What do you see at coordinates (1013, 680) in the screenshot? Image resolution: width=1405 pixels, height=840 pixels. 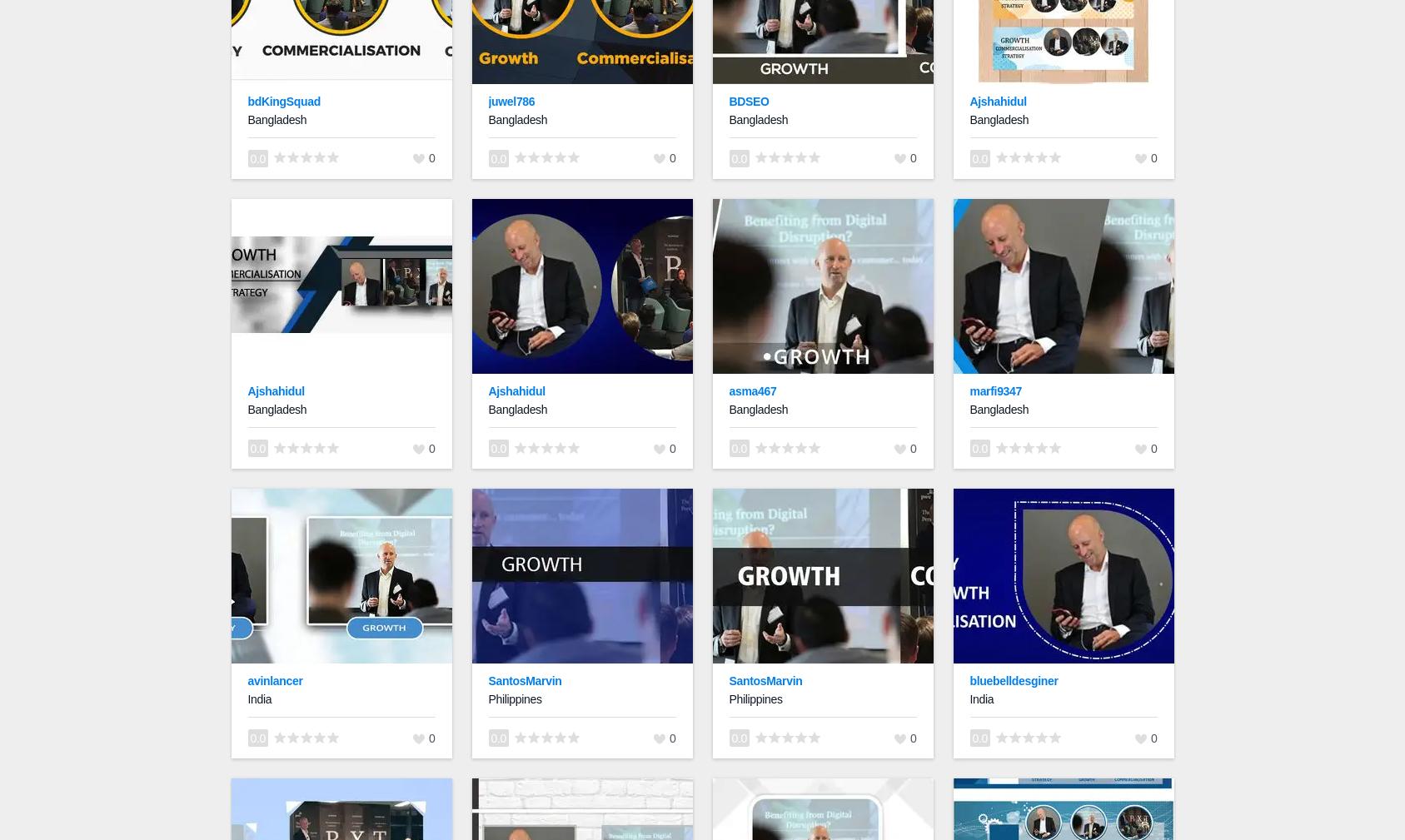 I see `'bluebelldesginer'` at bounding box center [1013, 680].